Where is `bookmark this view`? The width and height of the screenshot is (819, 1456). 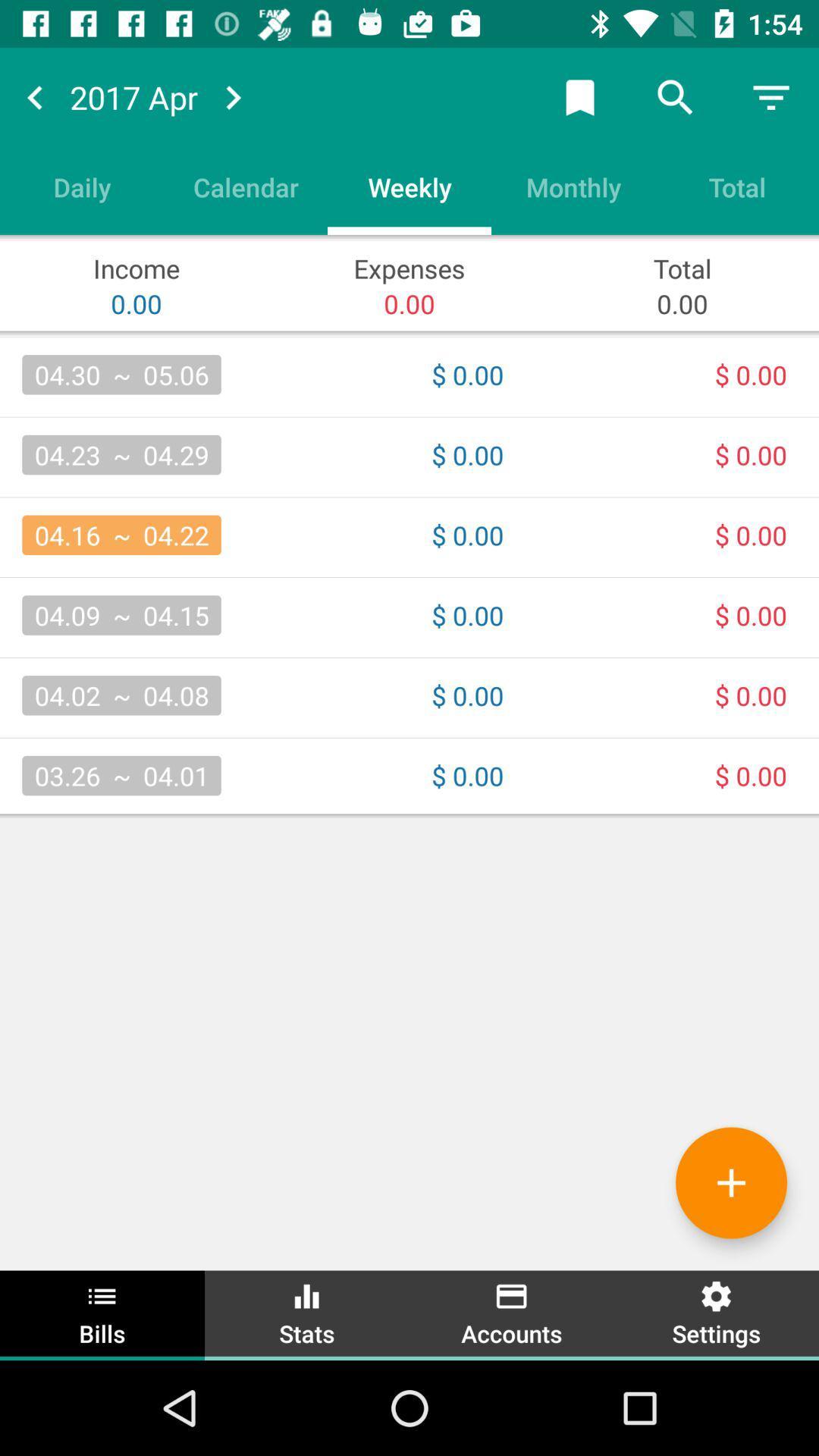 bookmark this view is located at coordinates (579, 96).